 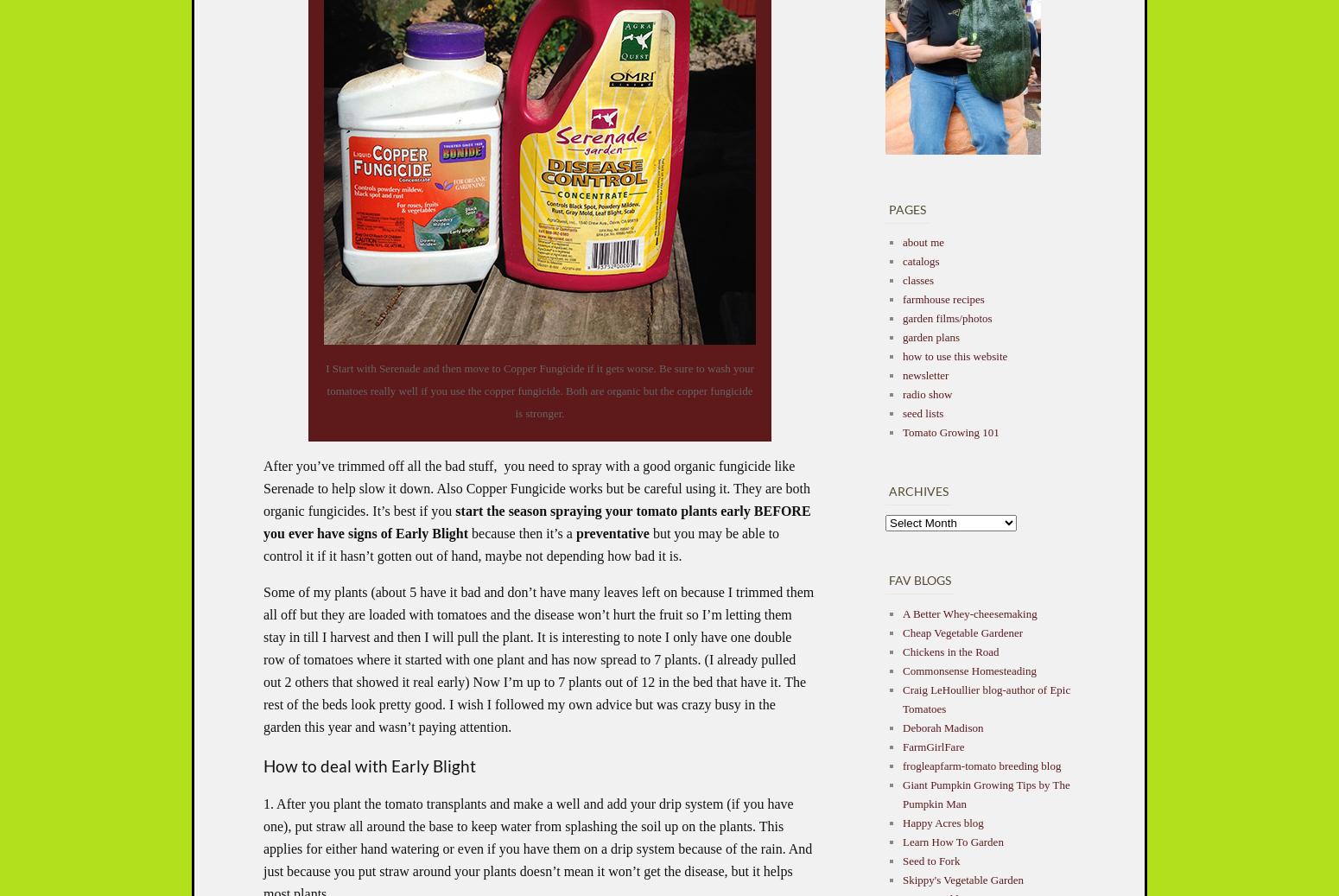 What do you see at coordinates (962, 879) in the screenshot?
I see `'Skippy's Vegetable Garden'` at bounding box center [962, 879].